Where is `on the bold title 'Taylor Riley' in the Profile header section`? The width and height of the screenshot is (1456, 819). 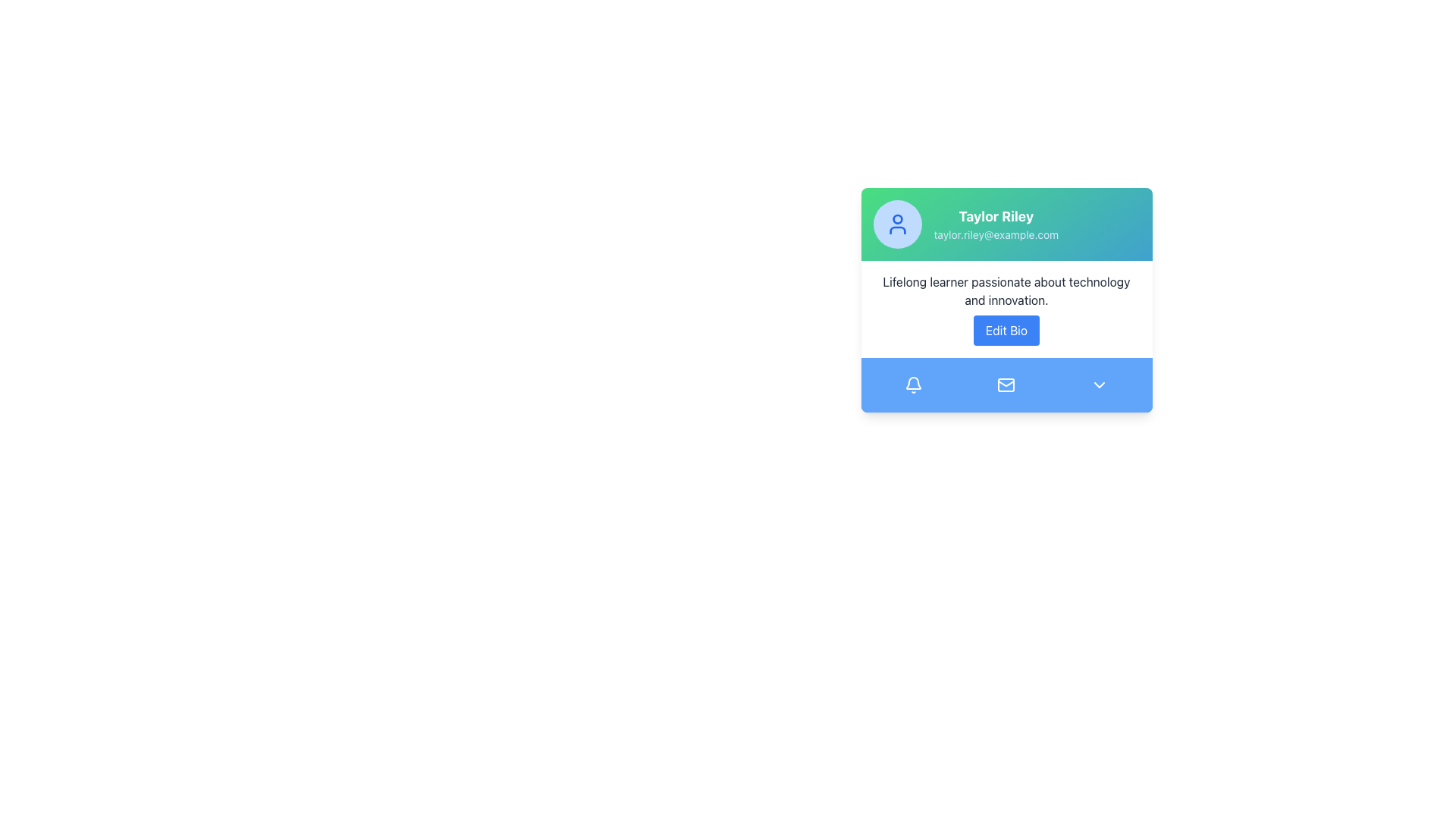
on the bold title 'Taylor Riley' in the Profile header section is located at coordinates (1006, 224).